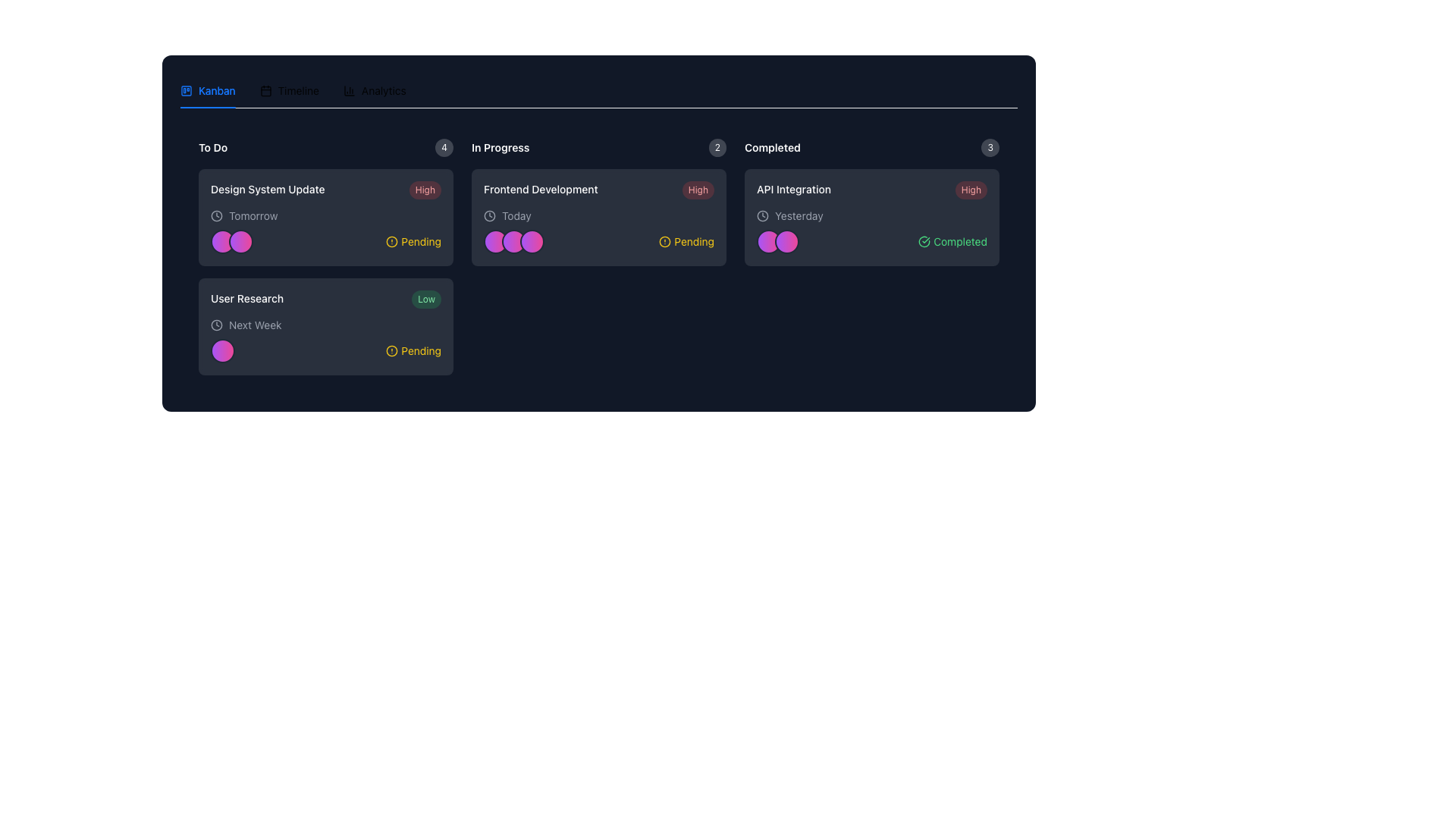 The image size is (1456, 819). What do you see at coordinates (221, 350) in the screenshot?
I see `the decorative graphical element located in the bottom-left corner of the 'User Research' card within the 'To Do' section` at bounding box center [221, 350].